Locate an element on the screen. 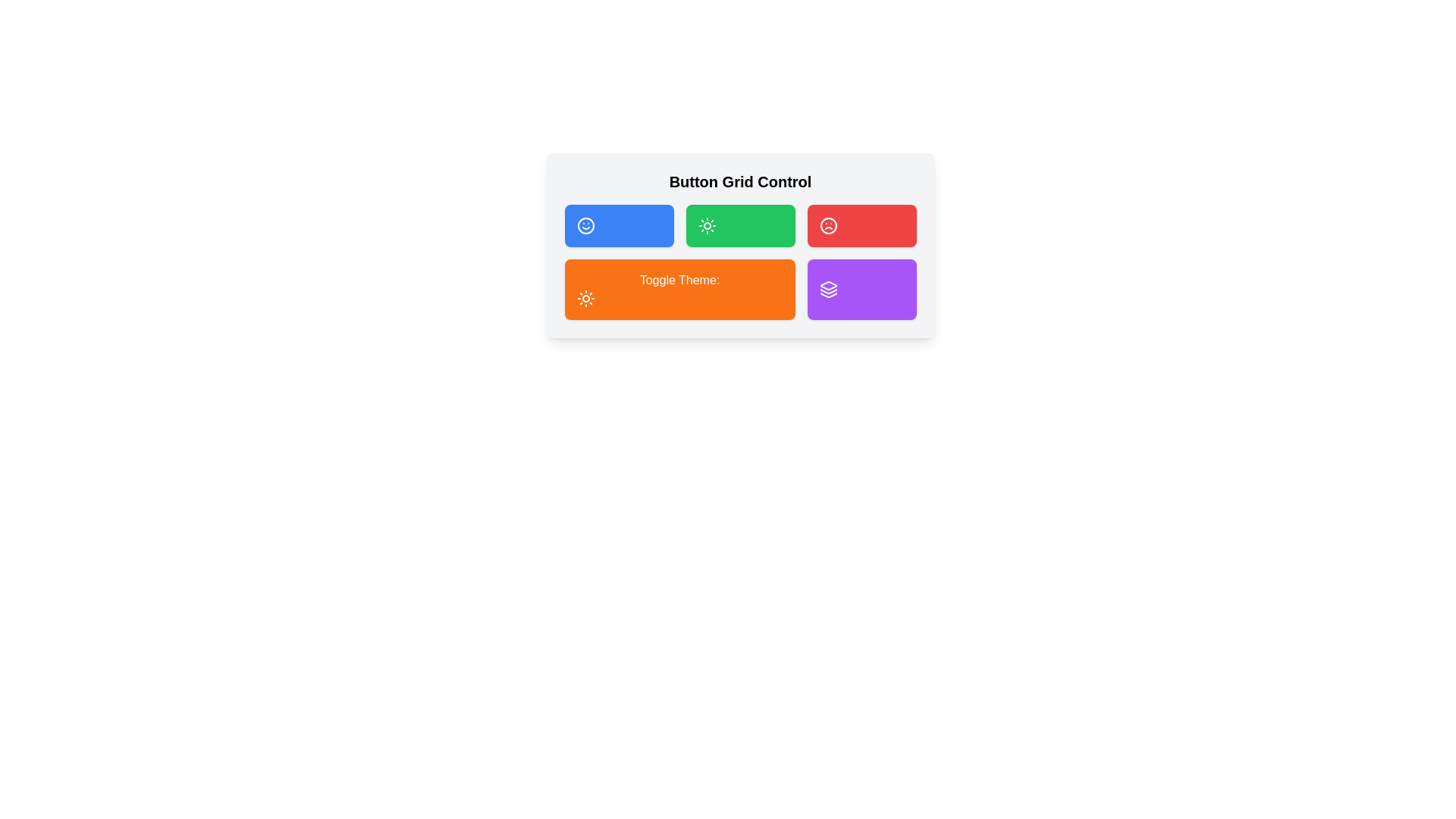  the purple button located at the bottom-right of the interactive button grid, which contains an SVG icon resembling stacked layers is located at coordinates (827, 289).